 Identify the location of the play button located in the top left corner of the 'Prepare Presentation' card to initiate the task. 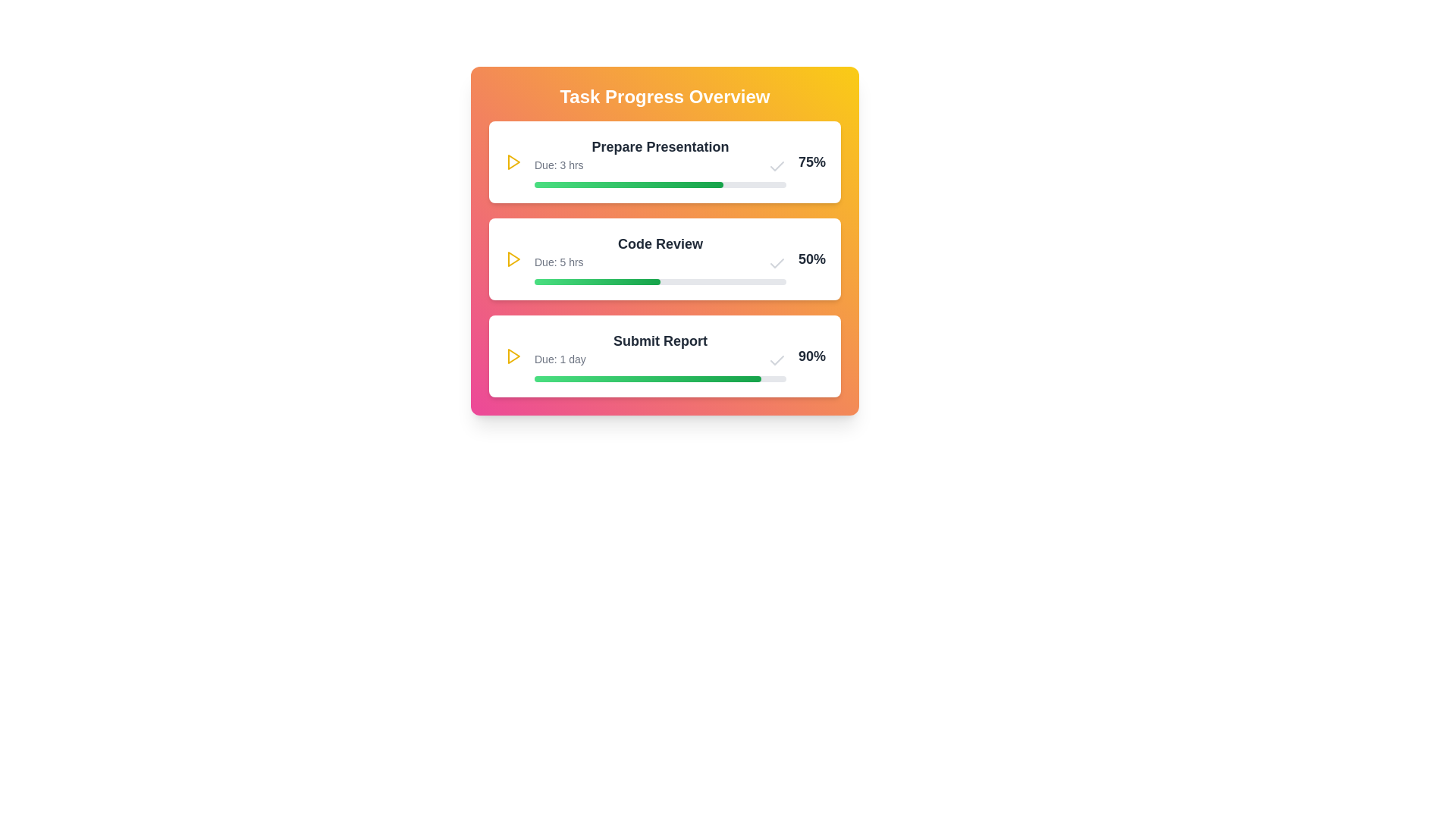
(513, 162).